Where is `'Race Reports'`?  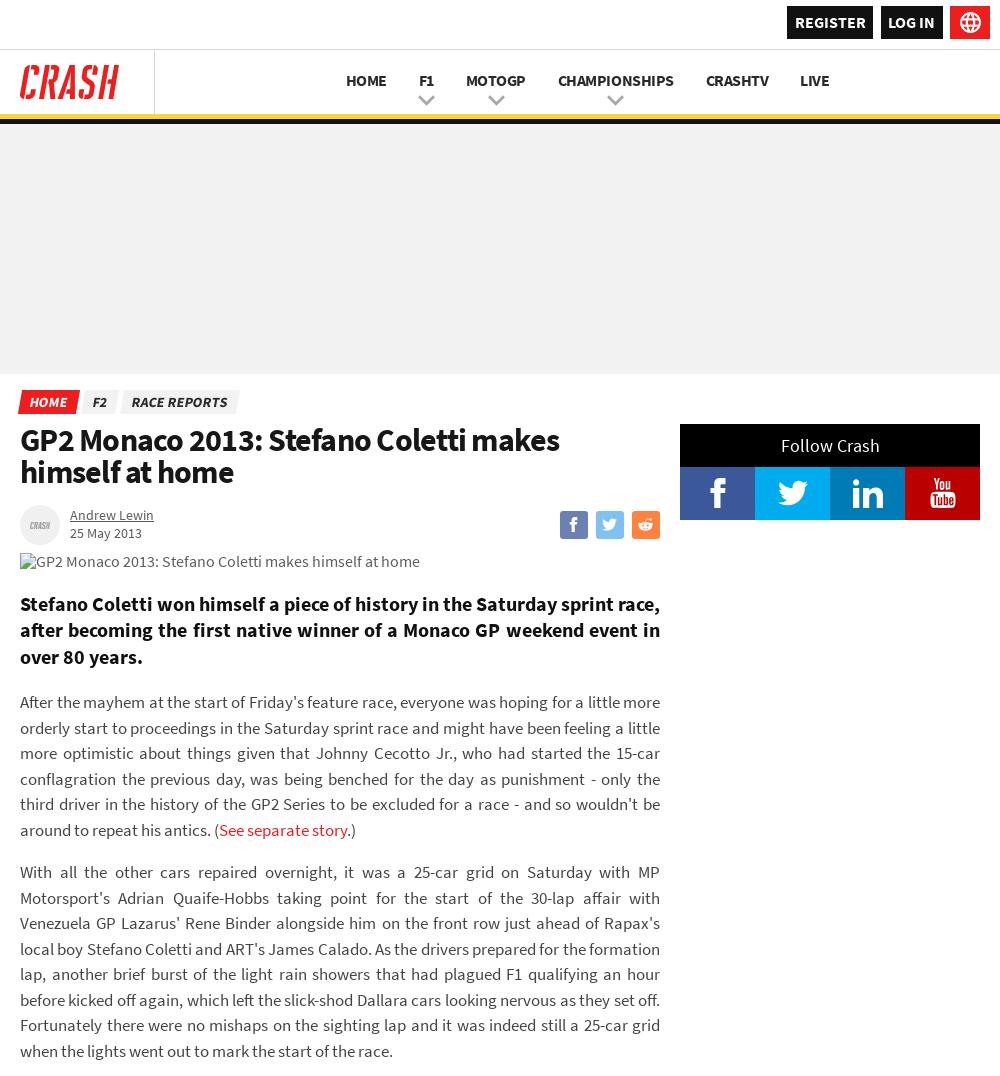
'Race Reports' is located at coordinates (179, 400).